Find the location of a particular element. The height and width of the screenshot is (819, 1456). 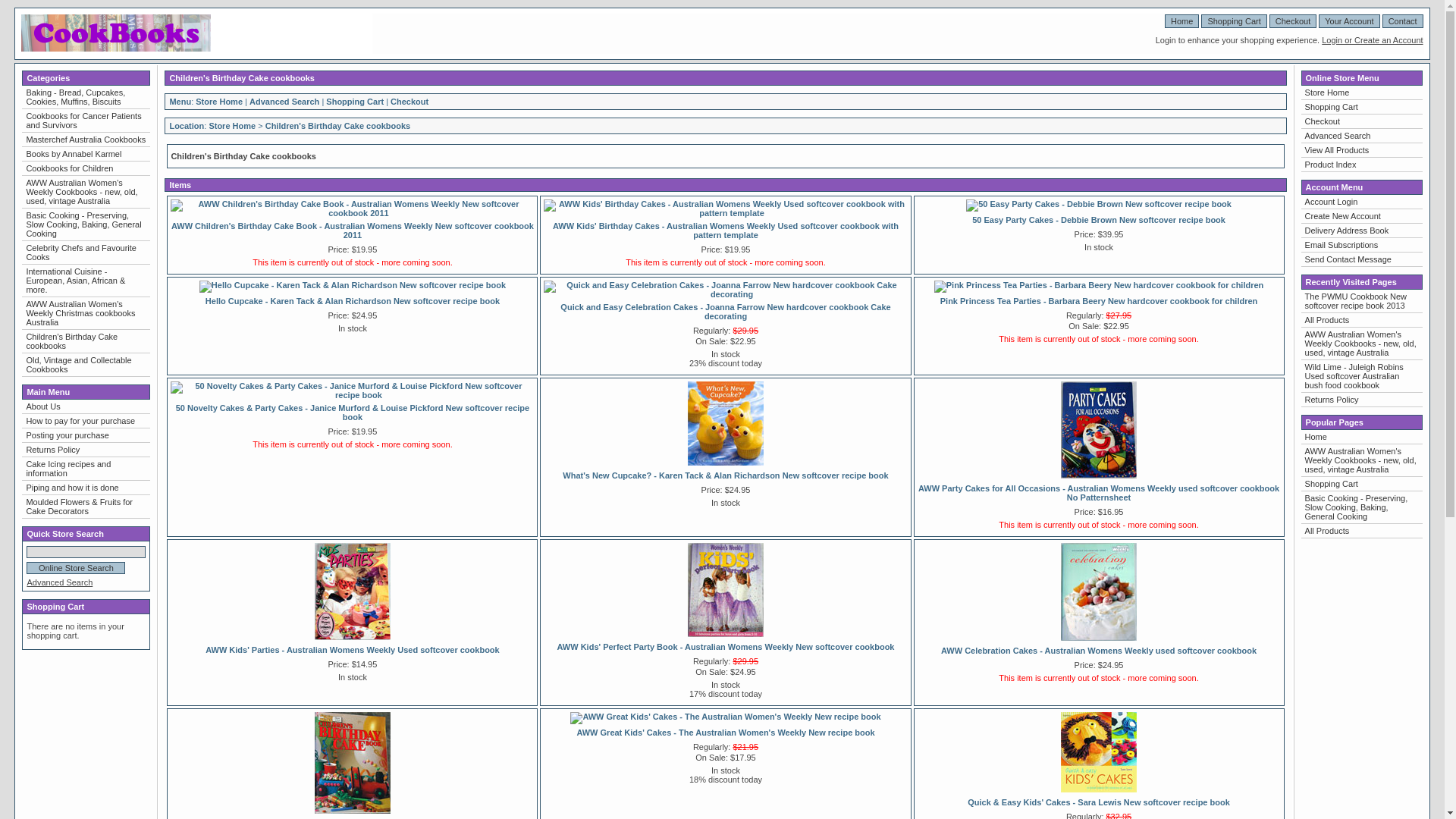

'Cookbooks for Children' is located at coordinates (85, 168).